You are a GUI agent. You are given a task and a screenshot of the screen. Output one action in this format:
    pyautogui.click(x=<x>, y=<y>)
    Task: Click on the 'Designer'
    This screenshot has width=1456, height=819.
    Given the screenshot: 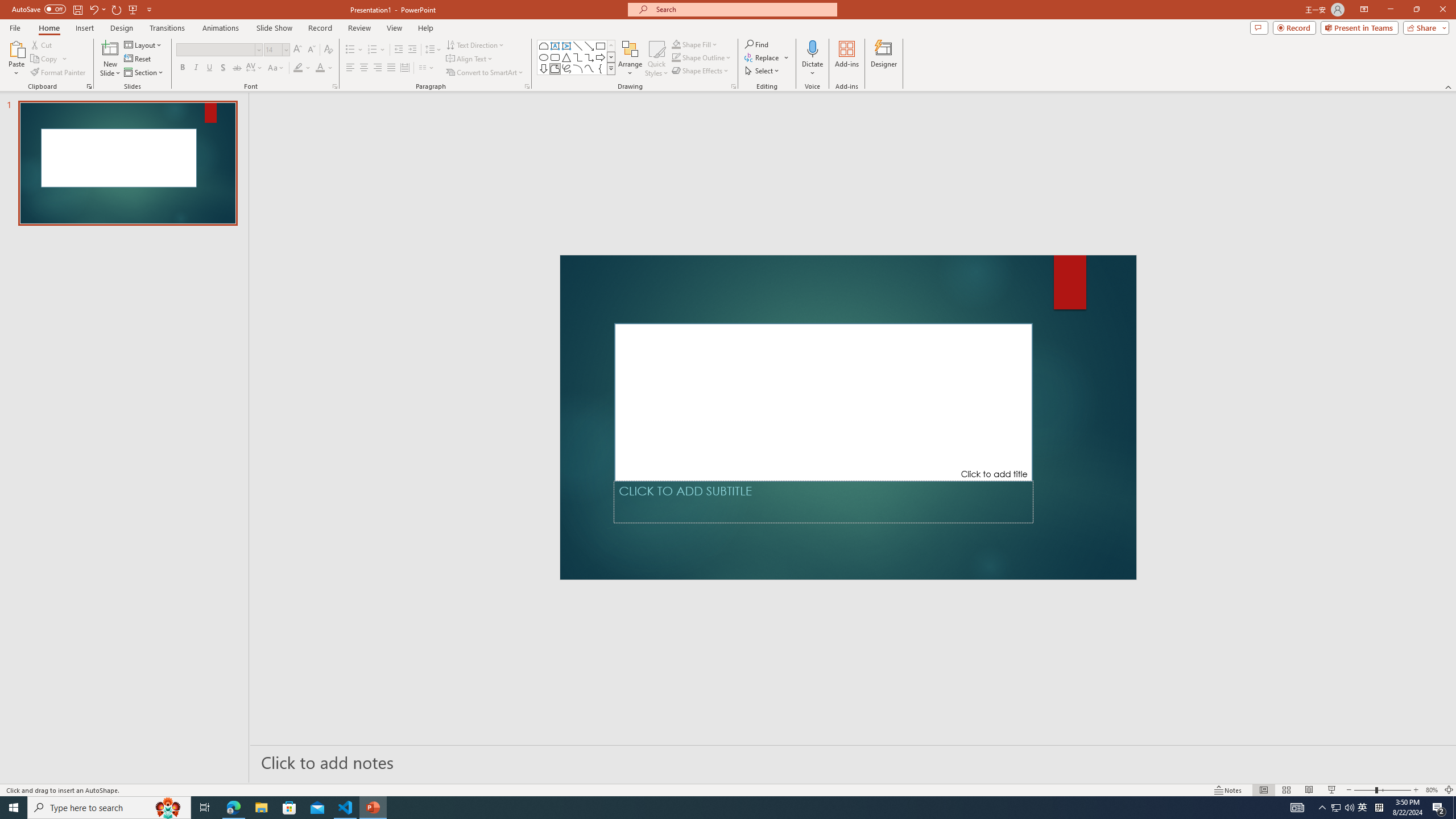 What is the action you would take?
    pyautogui.click(x=883, y=59)
    